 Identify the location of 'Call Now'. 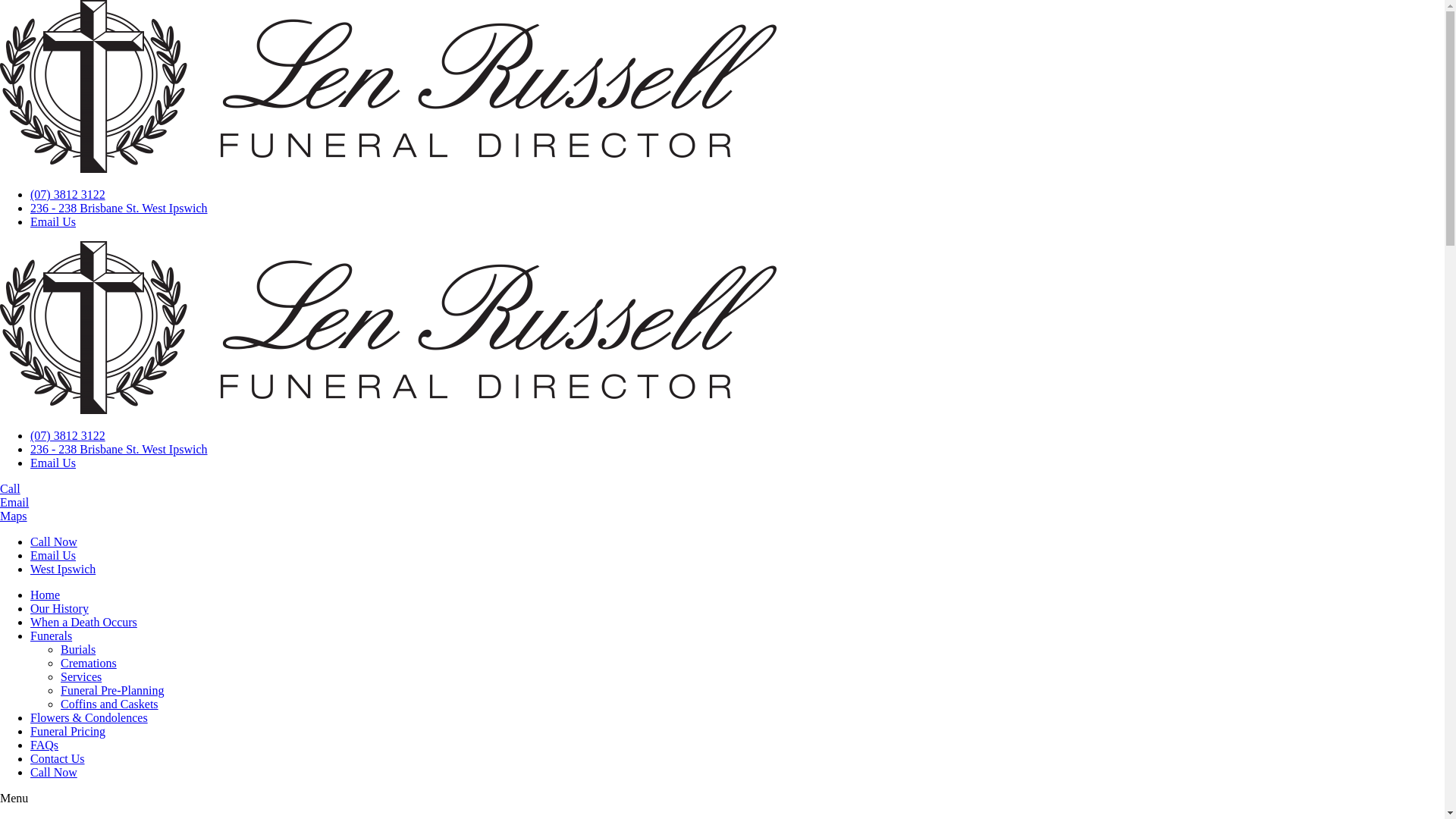
(54, 541).